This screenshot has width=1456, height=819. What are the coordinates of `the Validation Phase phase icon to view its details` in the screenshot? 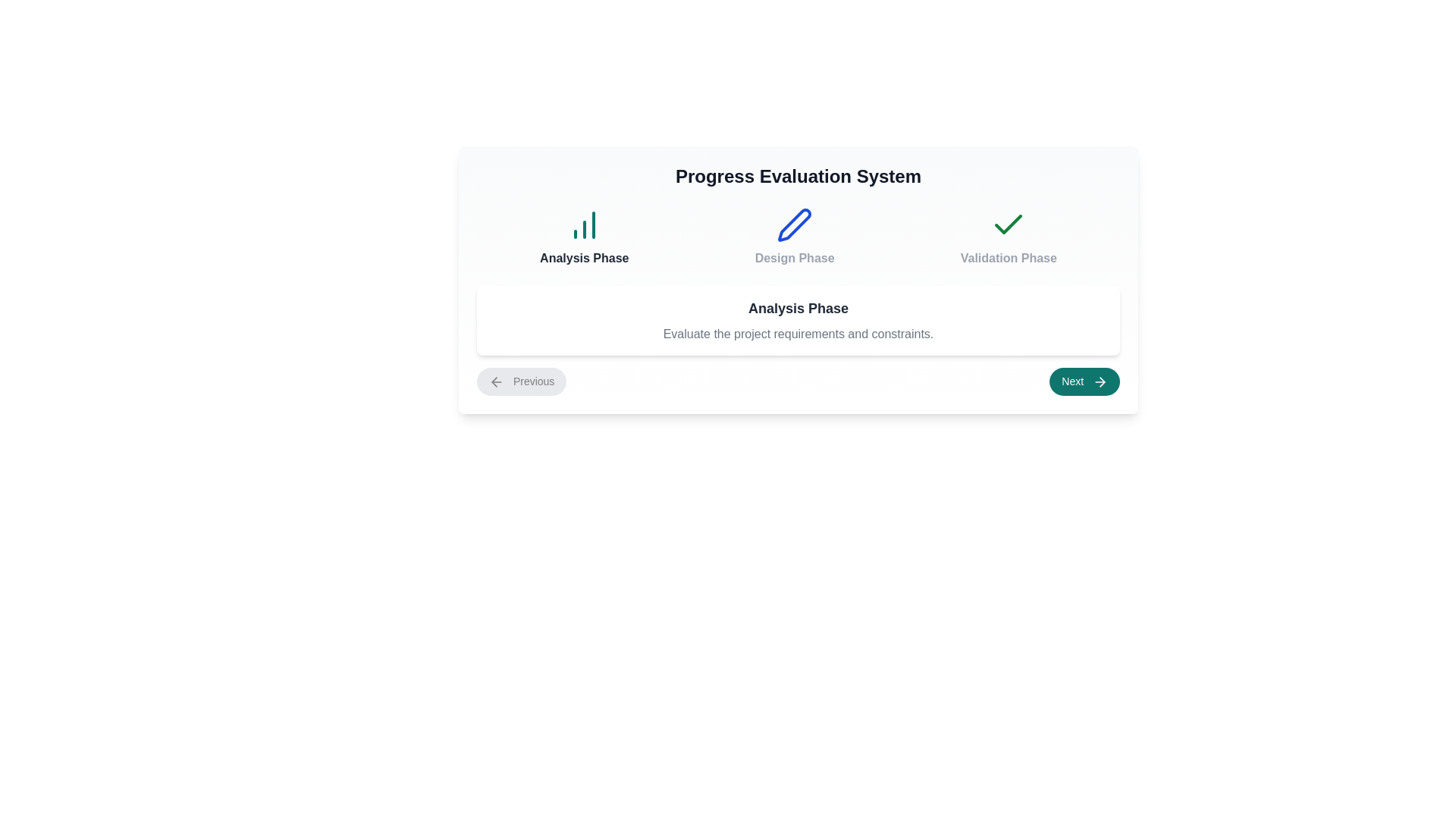 It's located at (1008, 237).